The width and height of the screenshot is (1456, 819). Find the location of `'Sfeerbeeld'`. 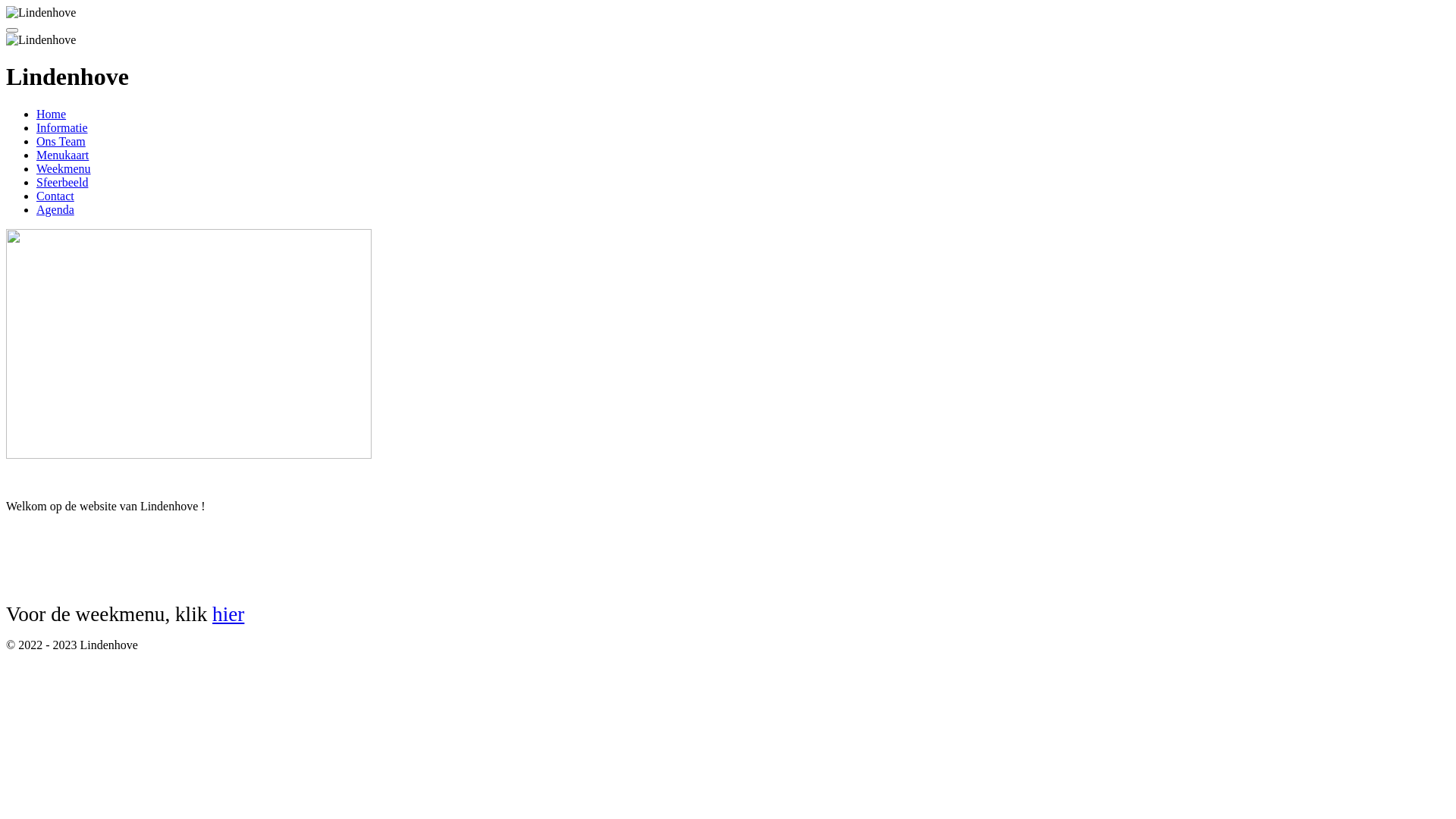

'Sfeerbeeld' is located at coordinates (61, 181).